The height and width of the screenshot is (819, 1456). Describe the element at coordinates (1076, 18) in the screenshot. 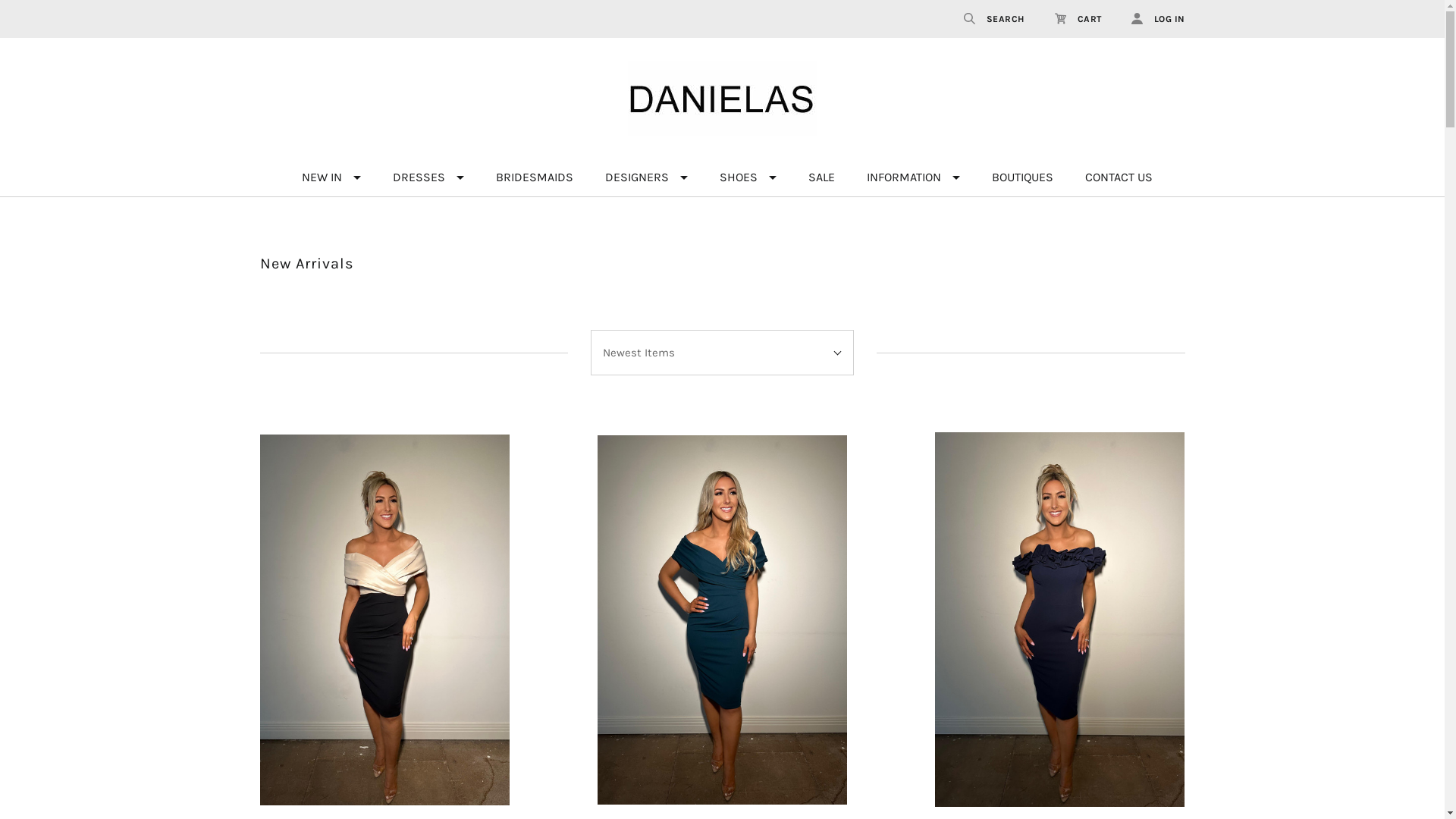

I see `'CART'` at that location.